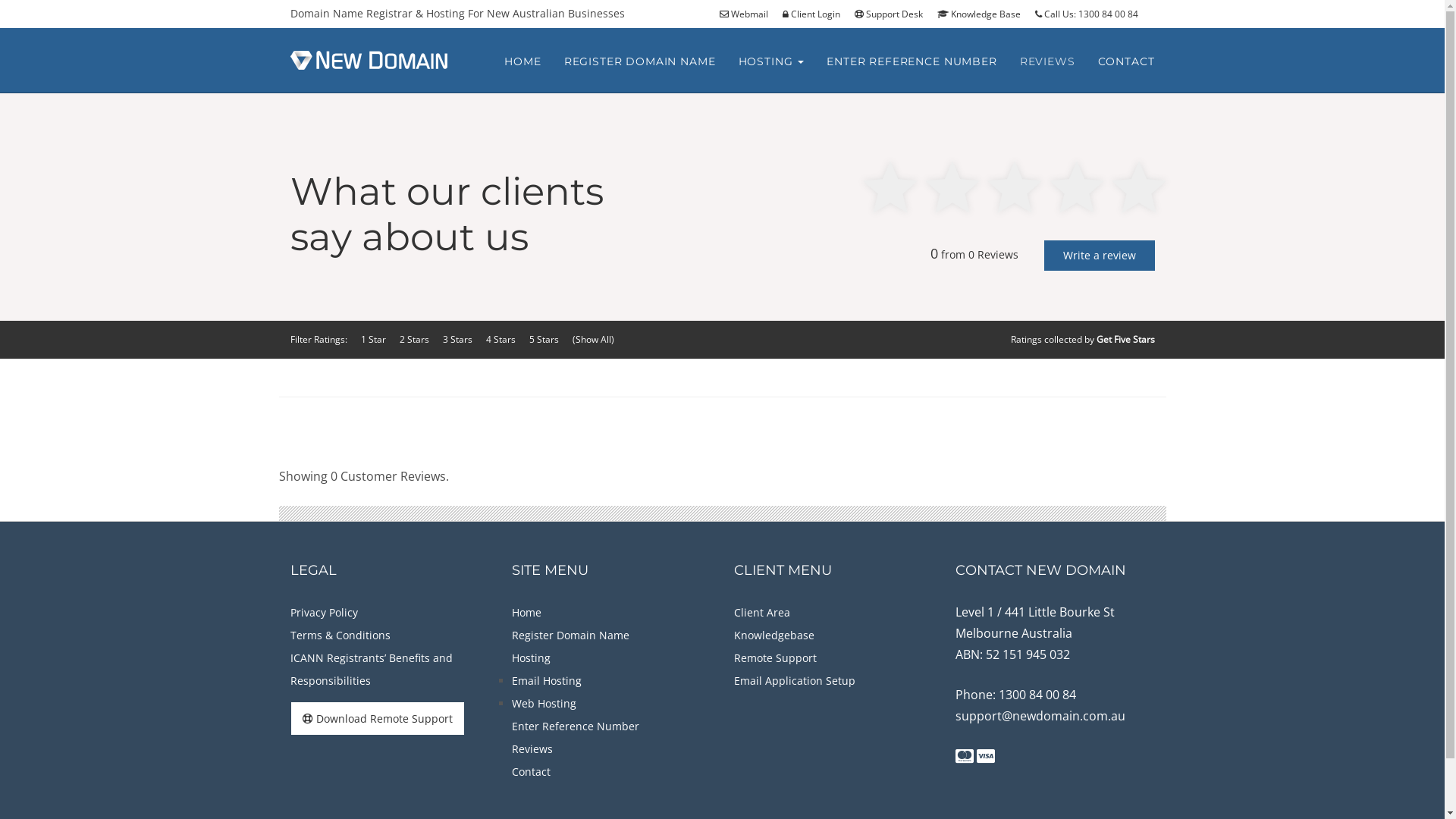  What do you see at coordinates (531, 771) in the screenshot?
I see `'Contact'` at bounding box center [531, 771].